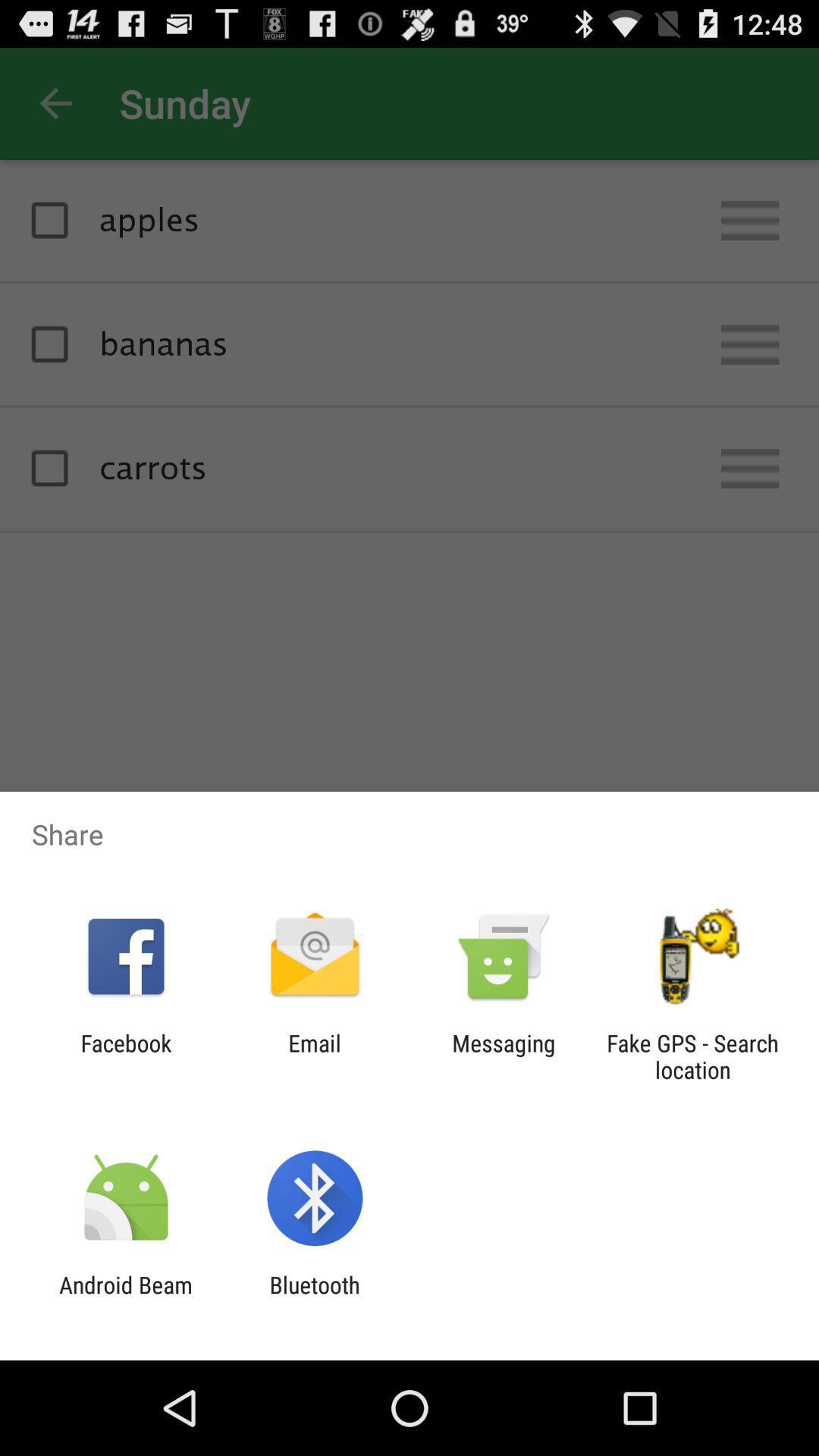  Describe the element at coordinates (504, 1056) in the screenshot. I see `messaging icon` at that location.